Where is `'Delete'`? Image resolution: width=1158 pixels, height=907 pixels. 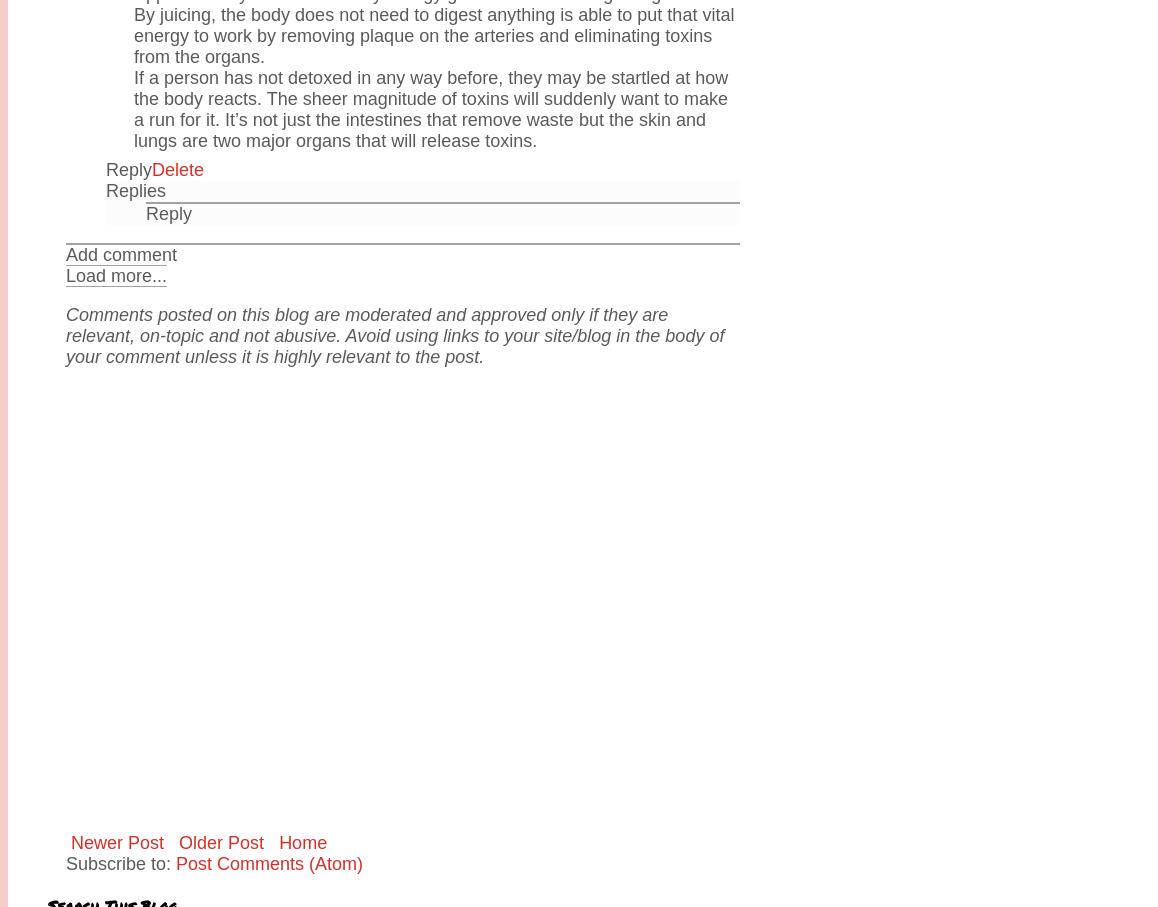 'Delete' is located at coordinates (177, 167).